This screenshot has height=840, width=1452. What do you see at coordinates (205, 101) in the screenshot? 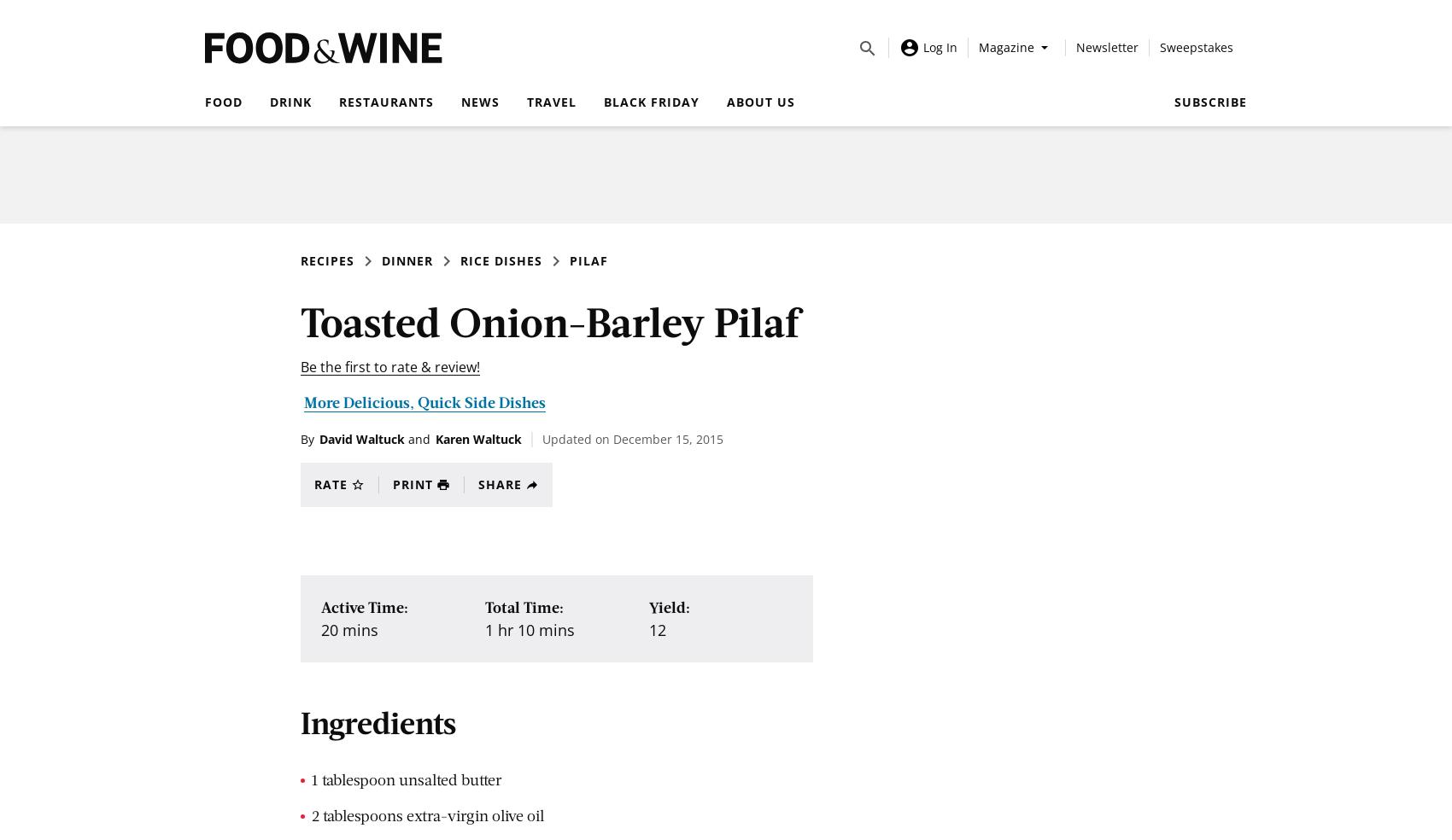
I see `'Food'` at bounding box center [205, 101].